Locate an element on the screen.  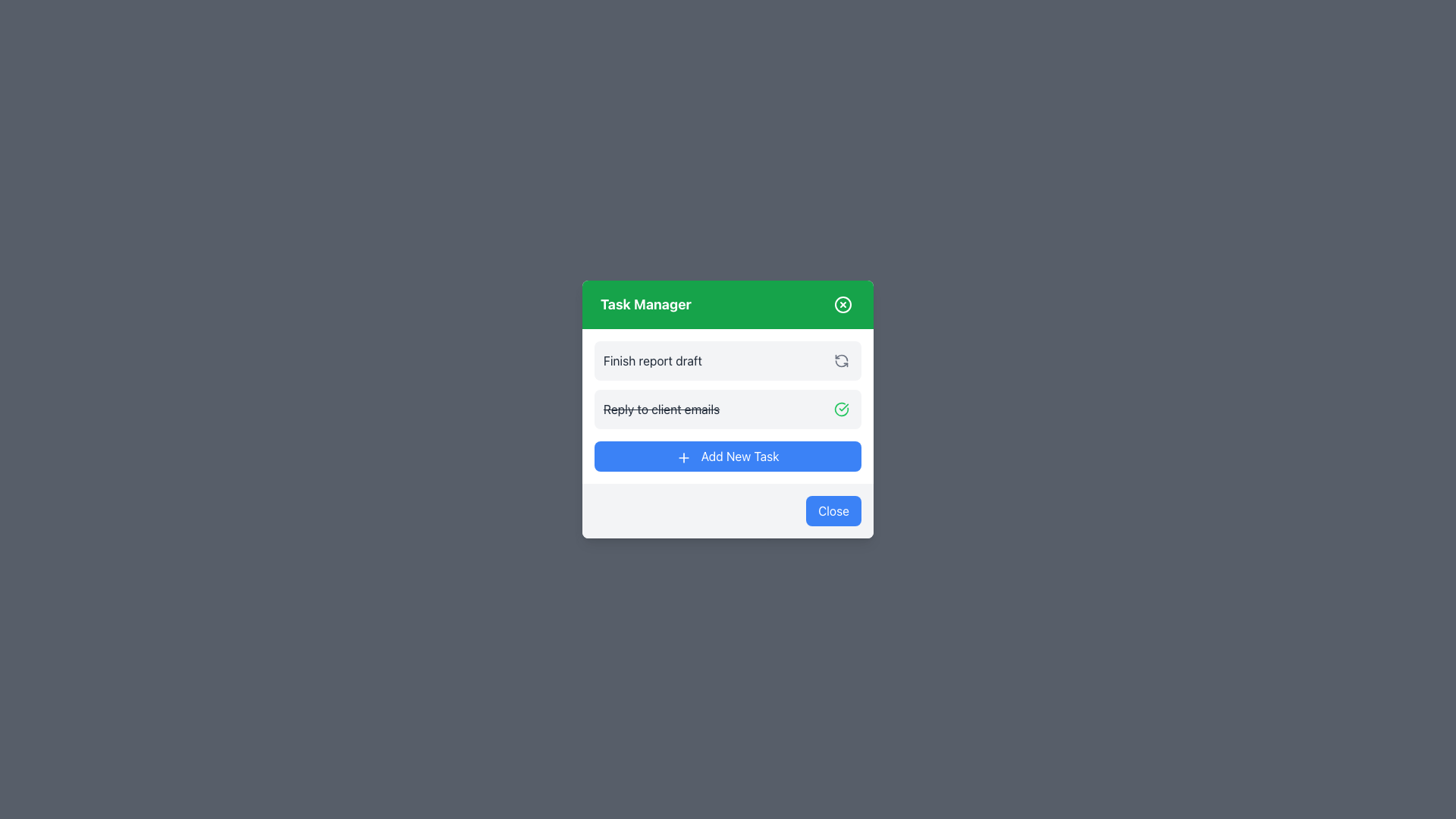
the SVG Icon located to the right of the text 'Reply to client emails' in the Task Manager section to indicate its status is located at coordinates (840, 409).